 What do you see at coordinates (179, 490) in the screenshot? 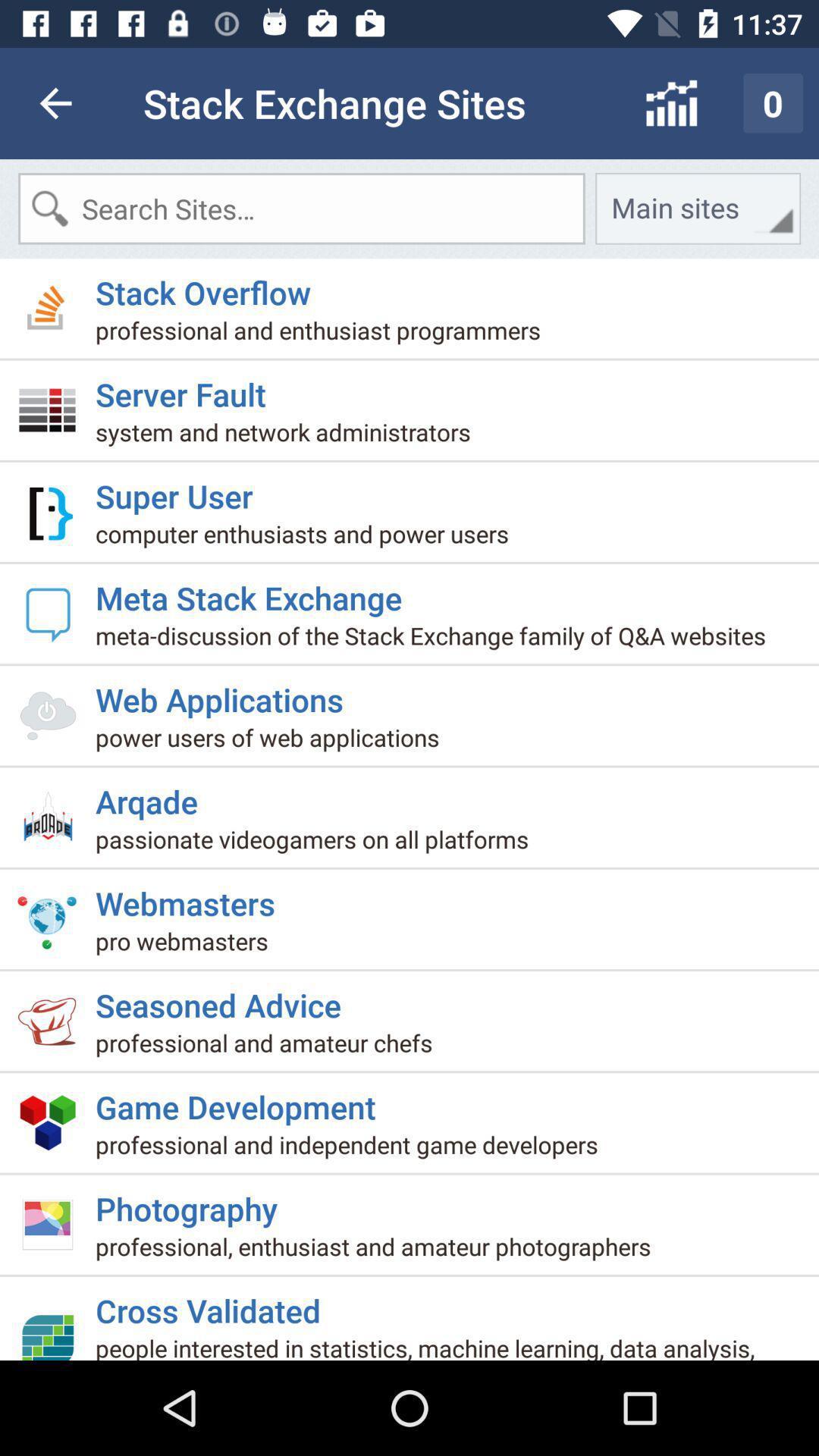
I see `icon below the system and network` at bounding box center [179, 490].